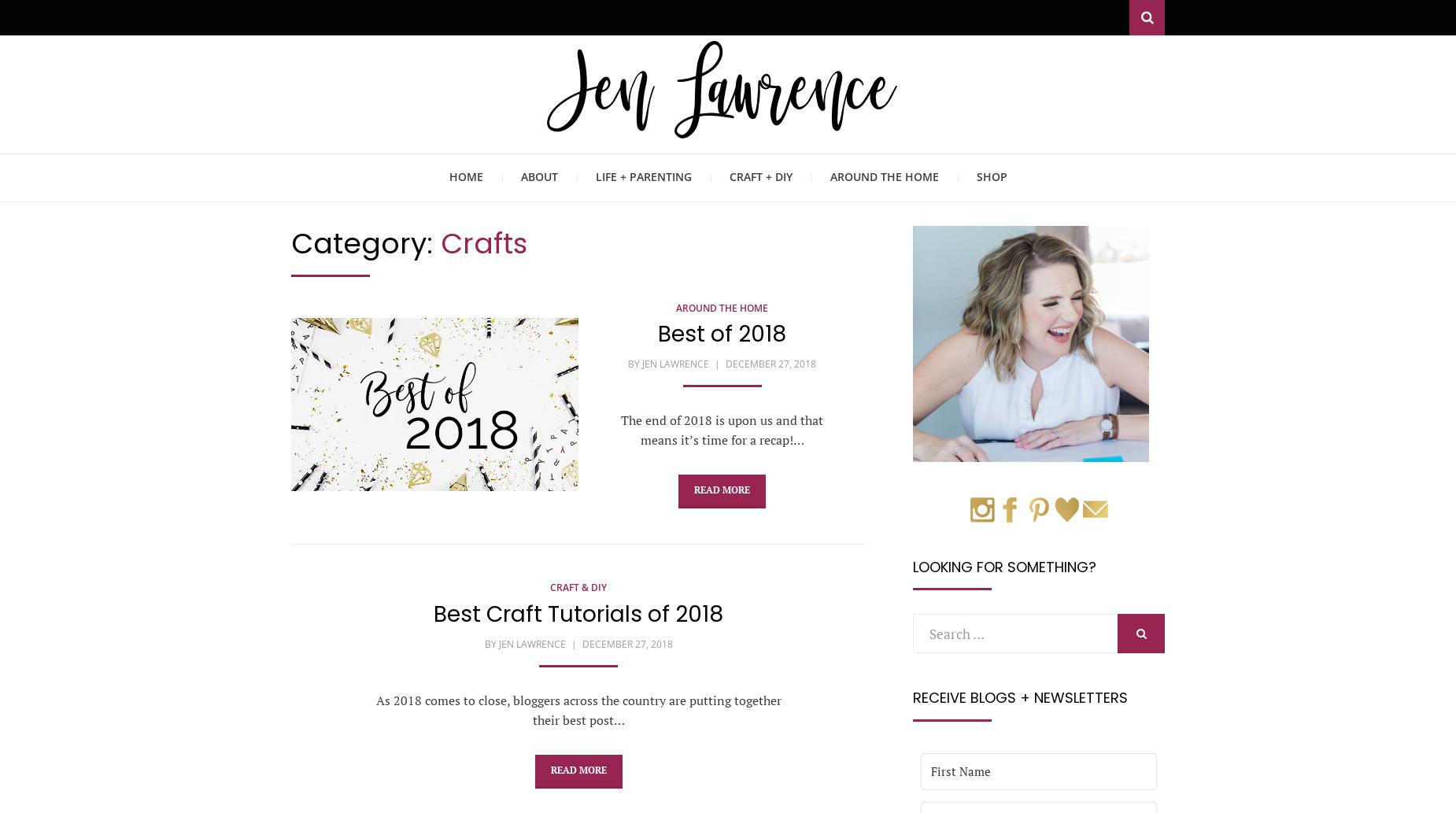 The width and height of the screenshot is (1456, 813). I want to click on 'Crafts', so click(483, 242).